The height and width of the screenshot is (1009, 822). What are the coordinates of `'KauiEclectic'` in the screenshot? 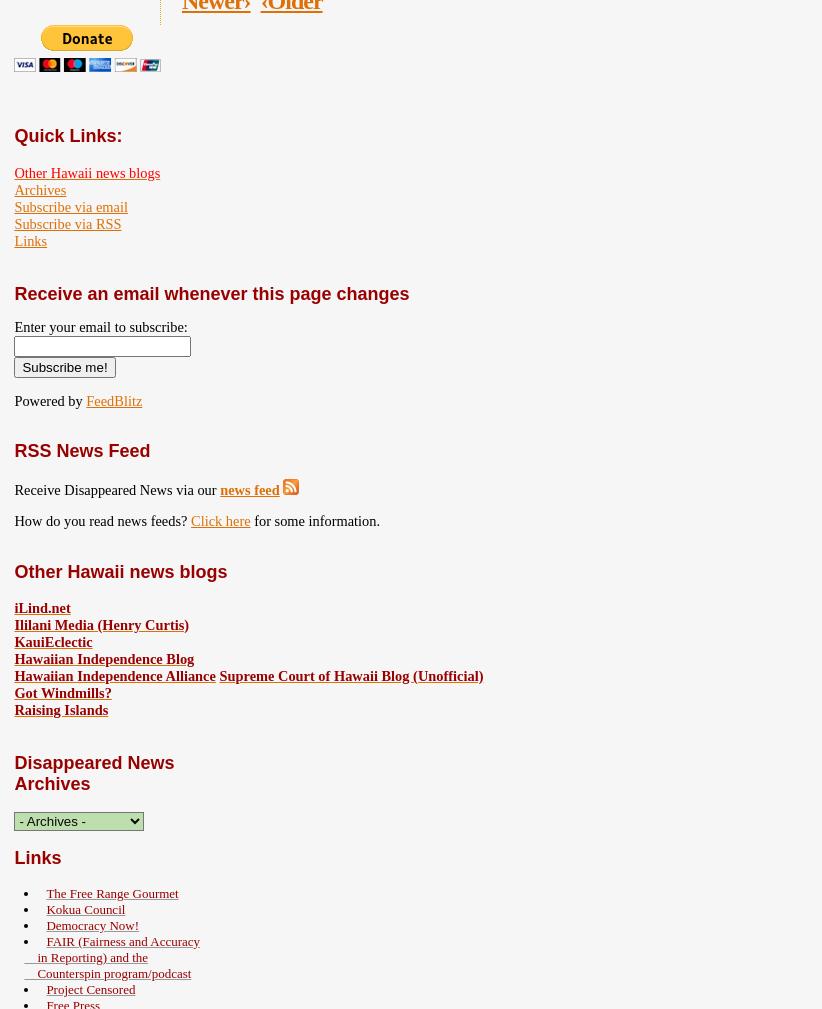 It's located at (53, 641).